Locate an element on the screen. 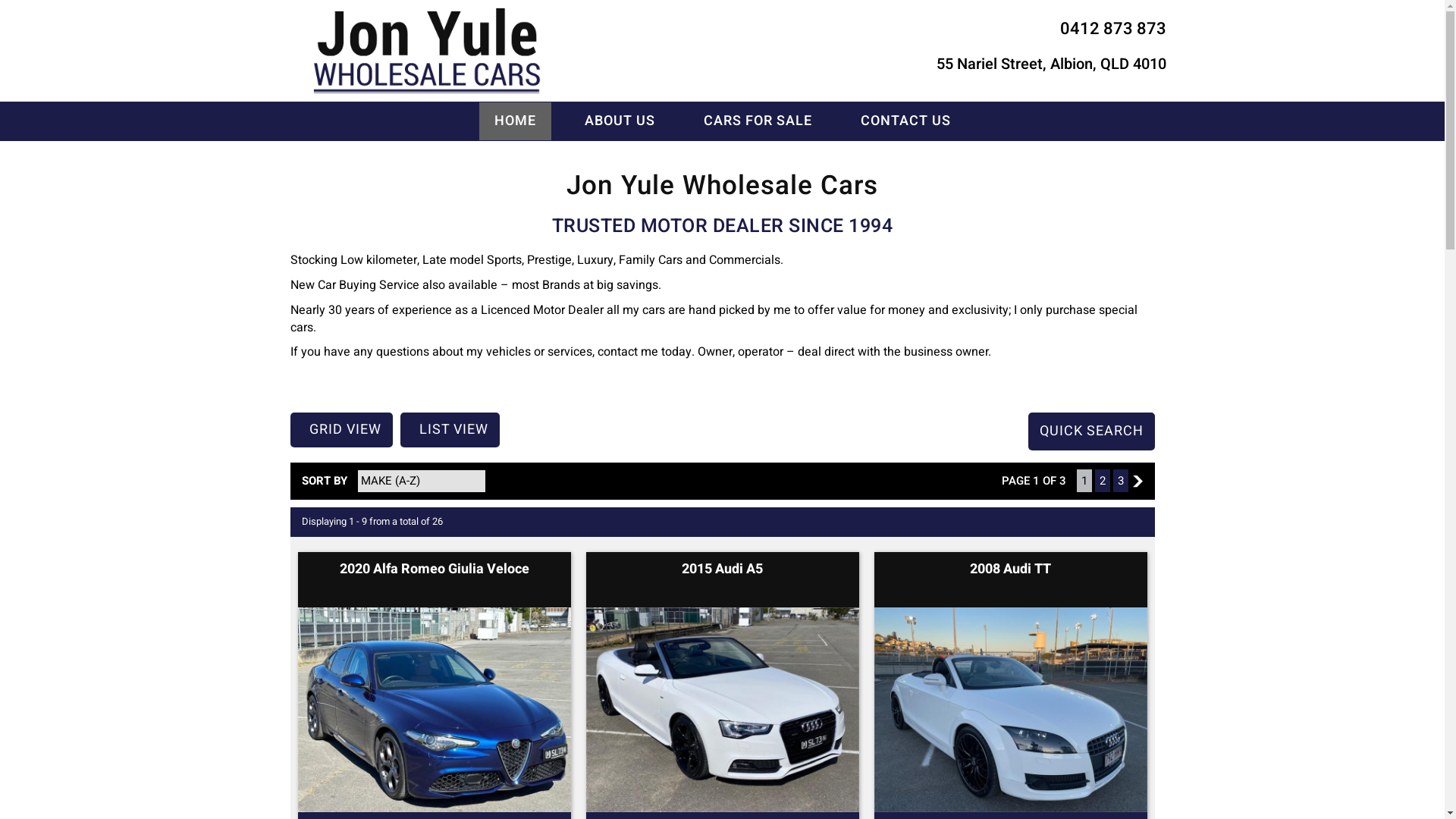  '2' is located at coordinates (1137, 481).